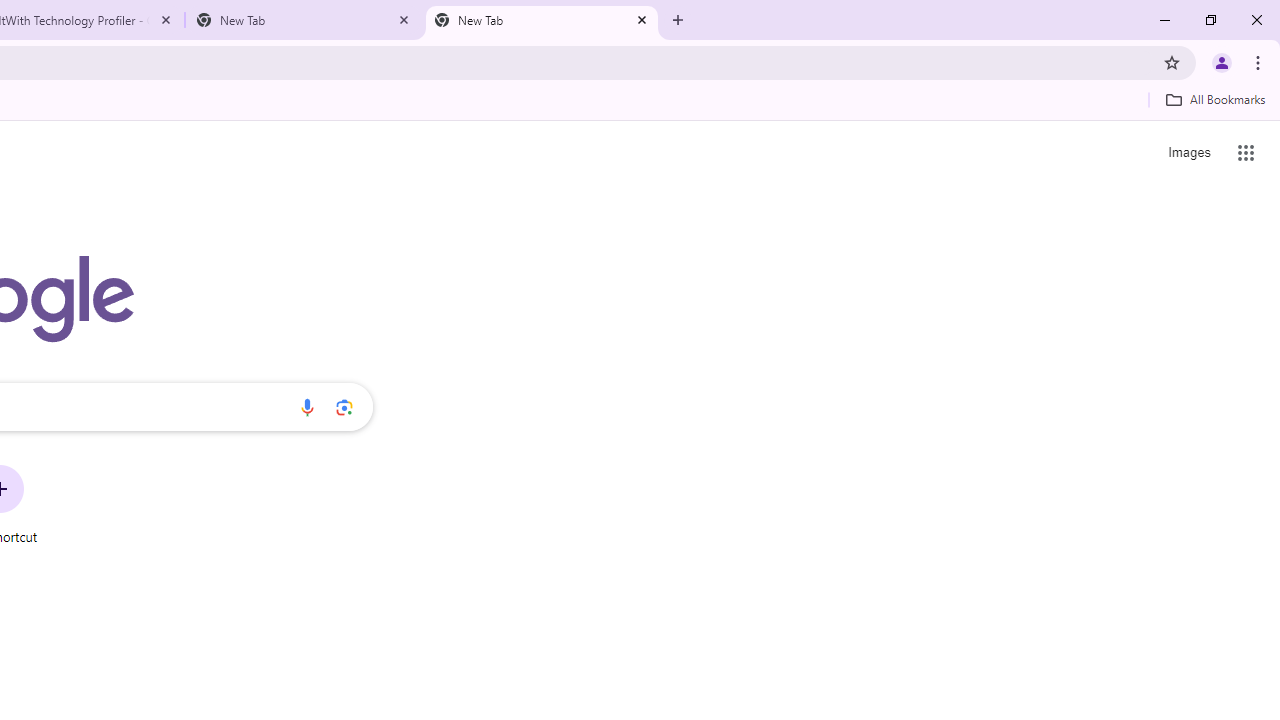 The height and width of the screenshot is (720, 1280). What do you see at coordinates (1189, 152) in the screenshot?
I see `'Search for Images '` at bounding box center [1189, 152].